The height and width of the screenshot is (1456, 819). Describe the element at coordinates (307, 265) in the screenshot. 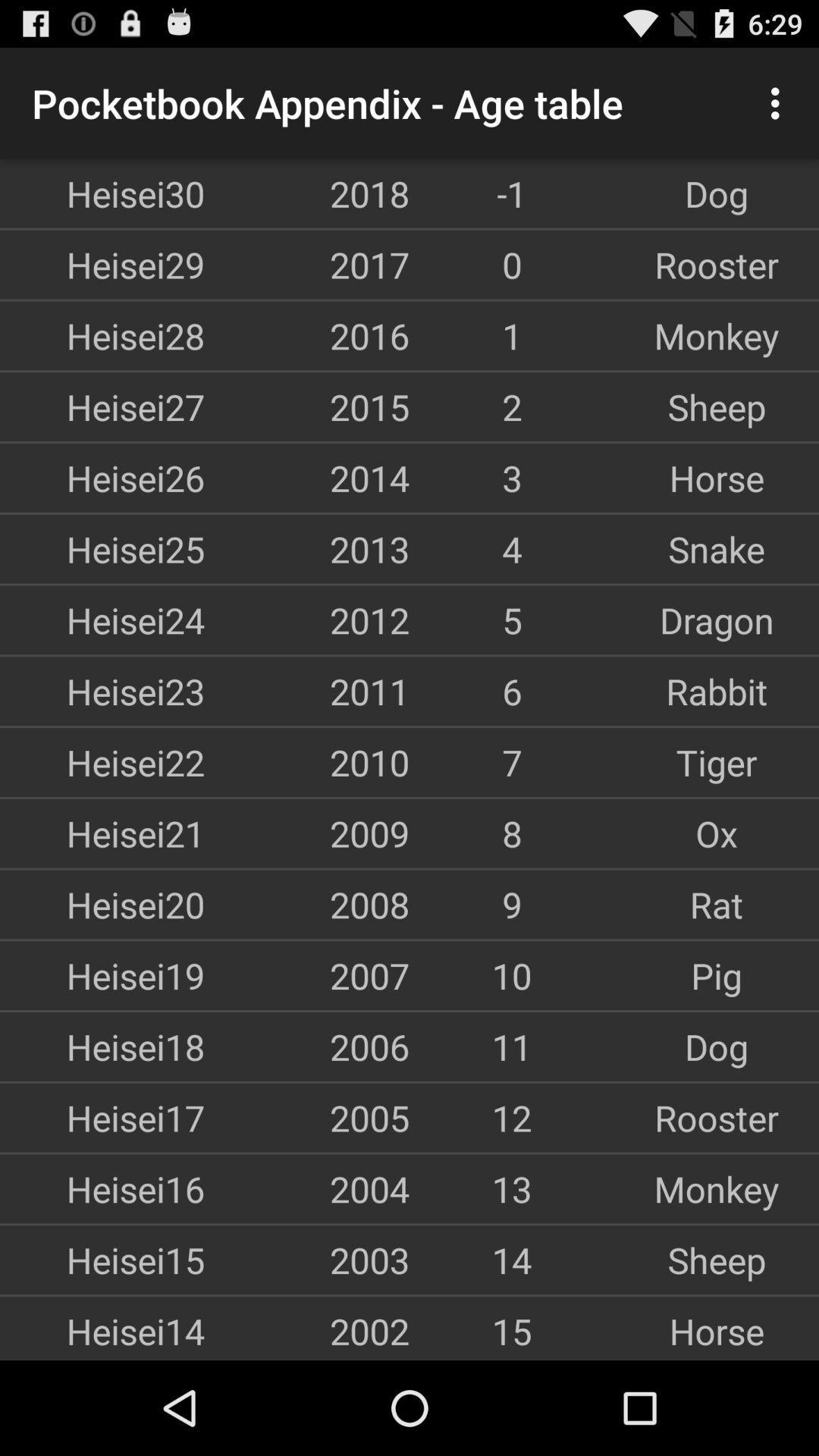

I see `the app next to the 0 icon` at that location.